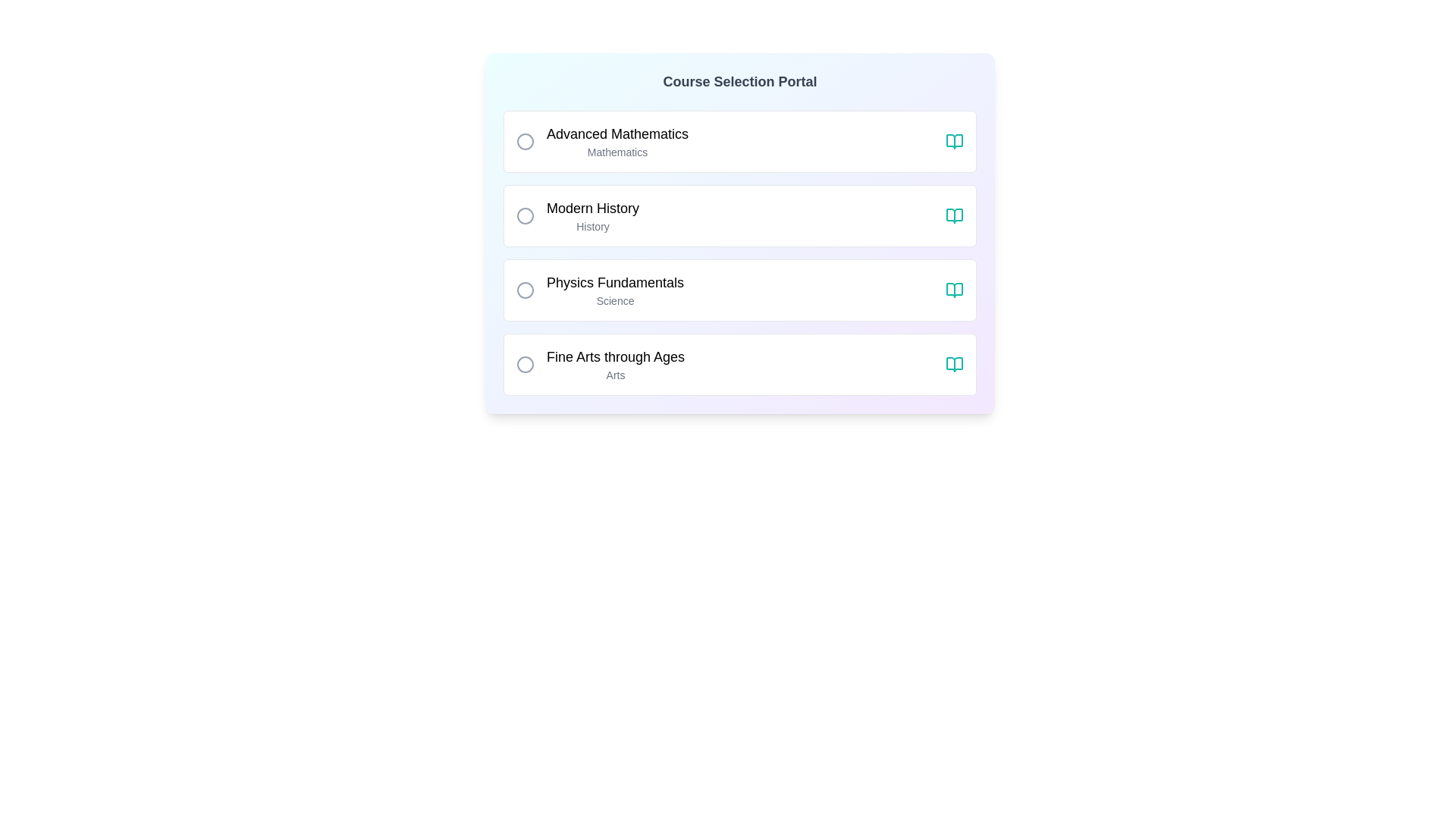 Image resolution: width=1456 pixels, height=819 pixels. What do you see at coordinates (739, 216) in the screenshot?
I see `the 'Modern History' choice card, which is the second item in the list of course options` at bounding box center [739, 216].